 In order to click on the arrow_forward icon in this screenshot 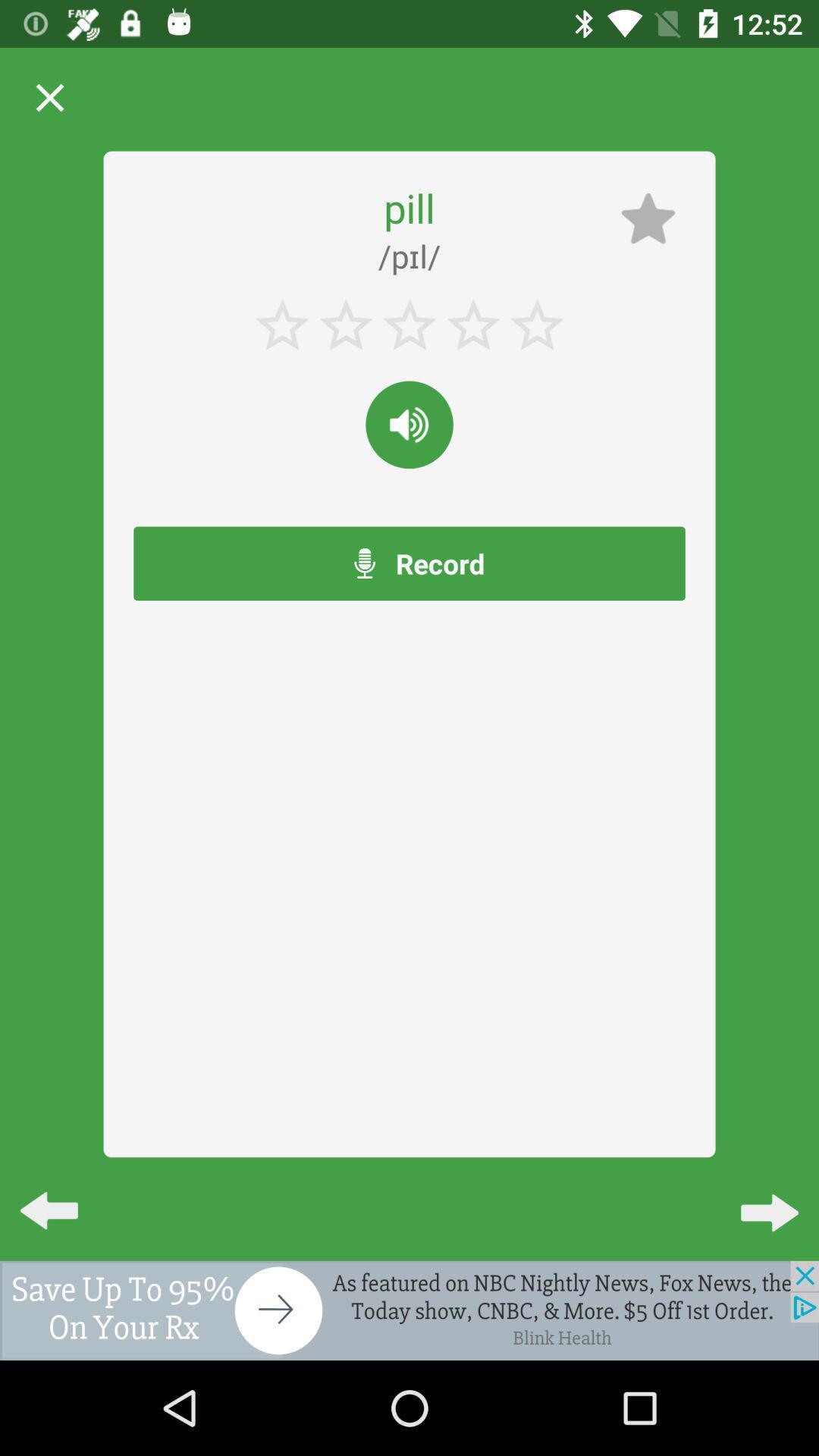, I will do `click(757, 1197)`.